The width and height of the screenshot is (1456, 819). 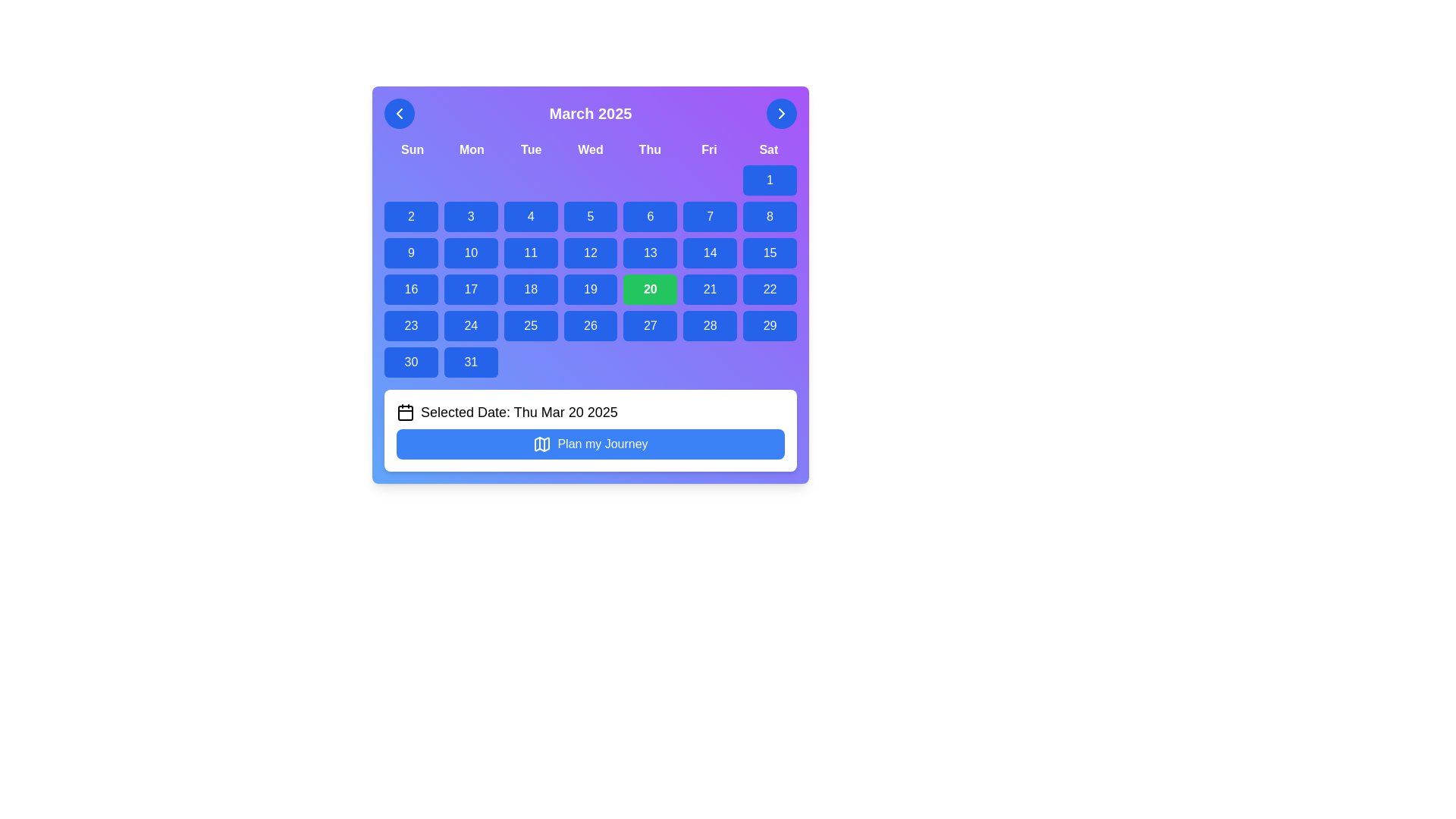 What do you see at coordinates (411, 253) in the screenshot?
I see `the button that allows users` at bounding box center [411, 253].